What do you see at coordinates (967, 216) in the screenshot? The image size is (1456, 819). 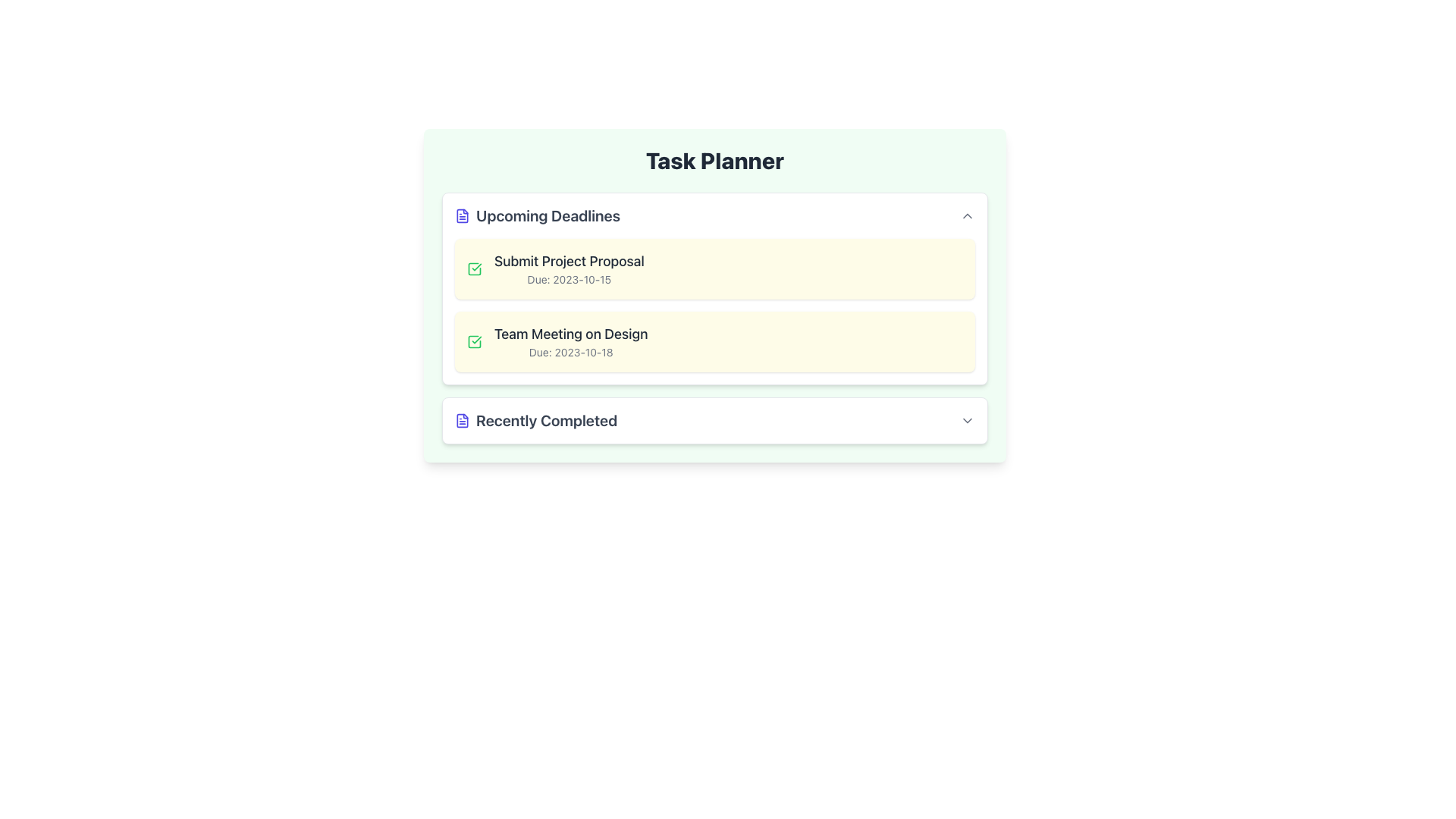 I see `the Chevron icon located to the right of the 'Upcoming Deadlines' text` at bounding box center [967, 216].